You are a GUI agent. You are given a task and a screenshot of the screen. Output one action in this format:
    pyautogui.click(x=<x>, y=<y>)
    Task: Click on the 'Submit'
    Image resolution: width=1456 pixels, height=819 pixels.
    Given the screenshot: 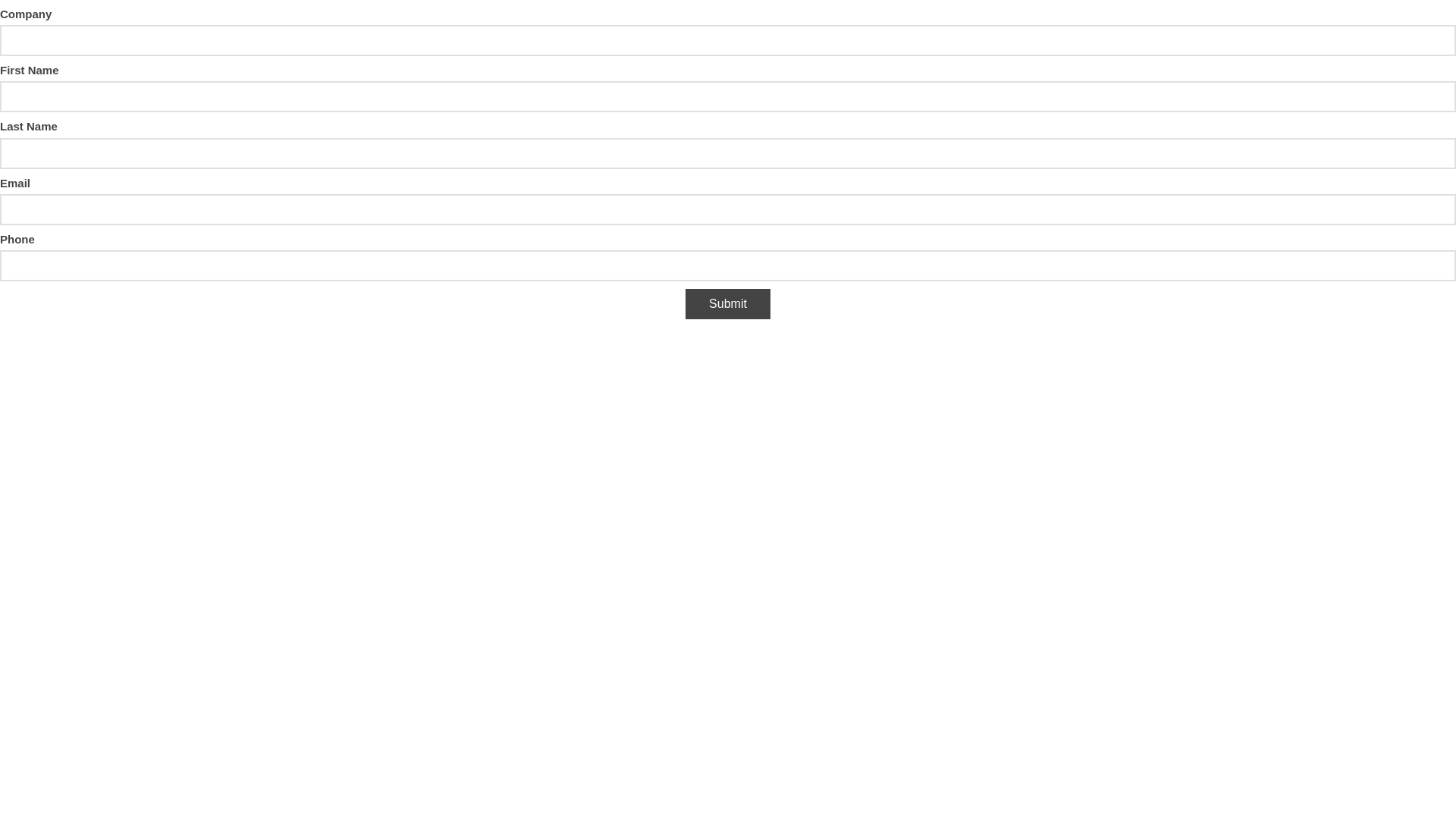 What is the action you would take?
    pyautogui.click(x=684, y=304)
    